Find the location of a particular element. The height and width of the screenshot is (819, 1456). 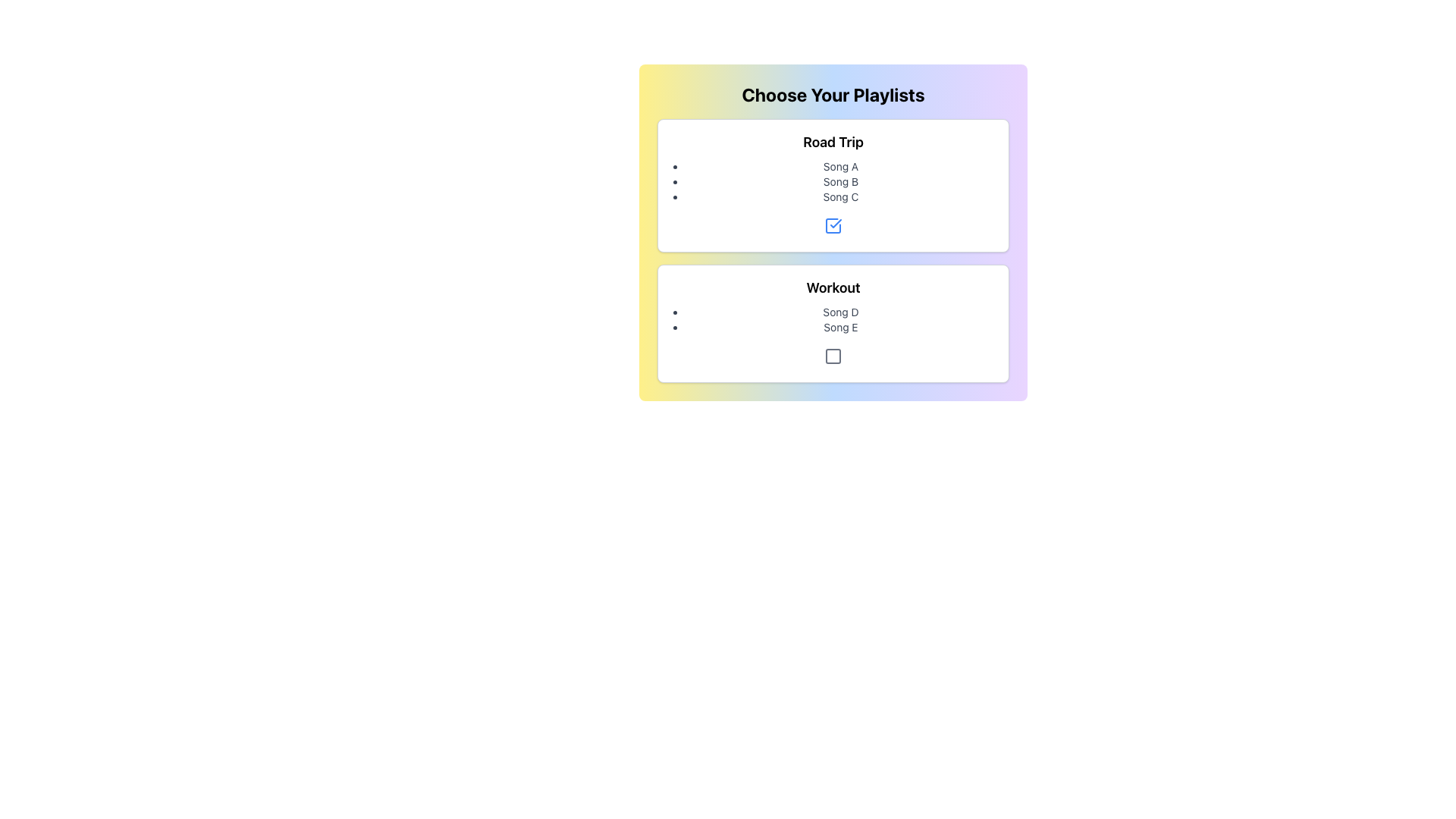

the checkbox within the 'Road Trip' playlist section located at the upper part of the main layout is located at coordinates (833, 185).